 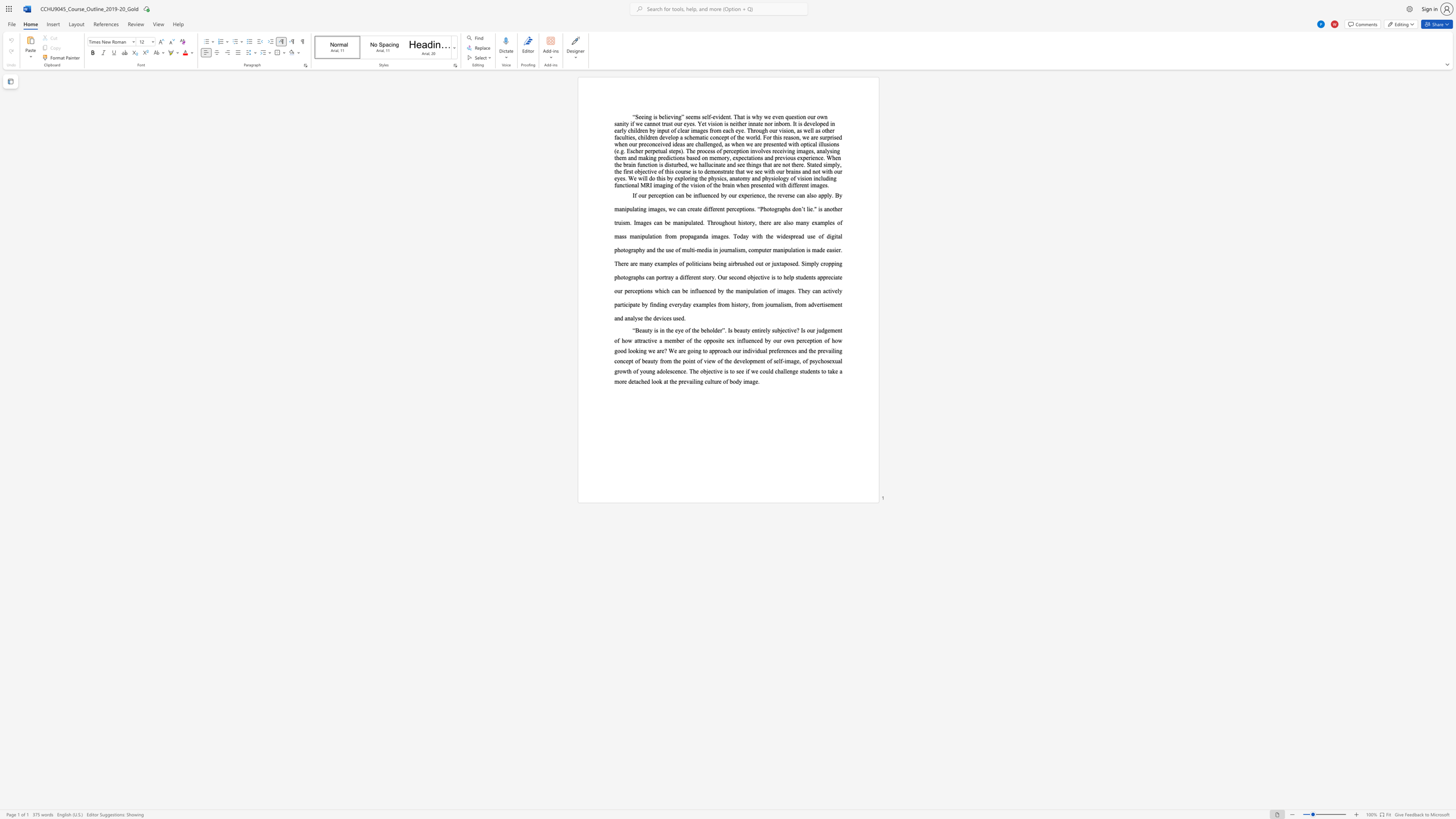 I want to click on the subset text "s. We will do this by explorin" within the text "involves receiving images, analysing them and making predictions based on memory, expectations and previous experience. When the brain function is disturbed, we hallucinate and see things that are not there. Stated simply, the first objective of this course is to demonstrate that we see with our brains and not with our eyes. We will do this by exploring the physics, anatomy and physiology of vision including functional MRI imaging of the vision of the brain when presented with different images.", so click(x=623, y=178).